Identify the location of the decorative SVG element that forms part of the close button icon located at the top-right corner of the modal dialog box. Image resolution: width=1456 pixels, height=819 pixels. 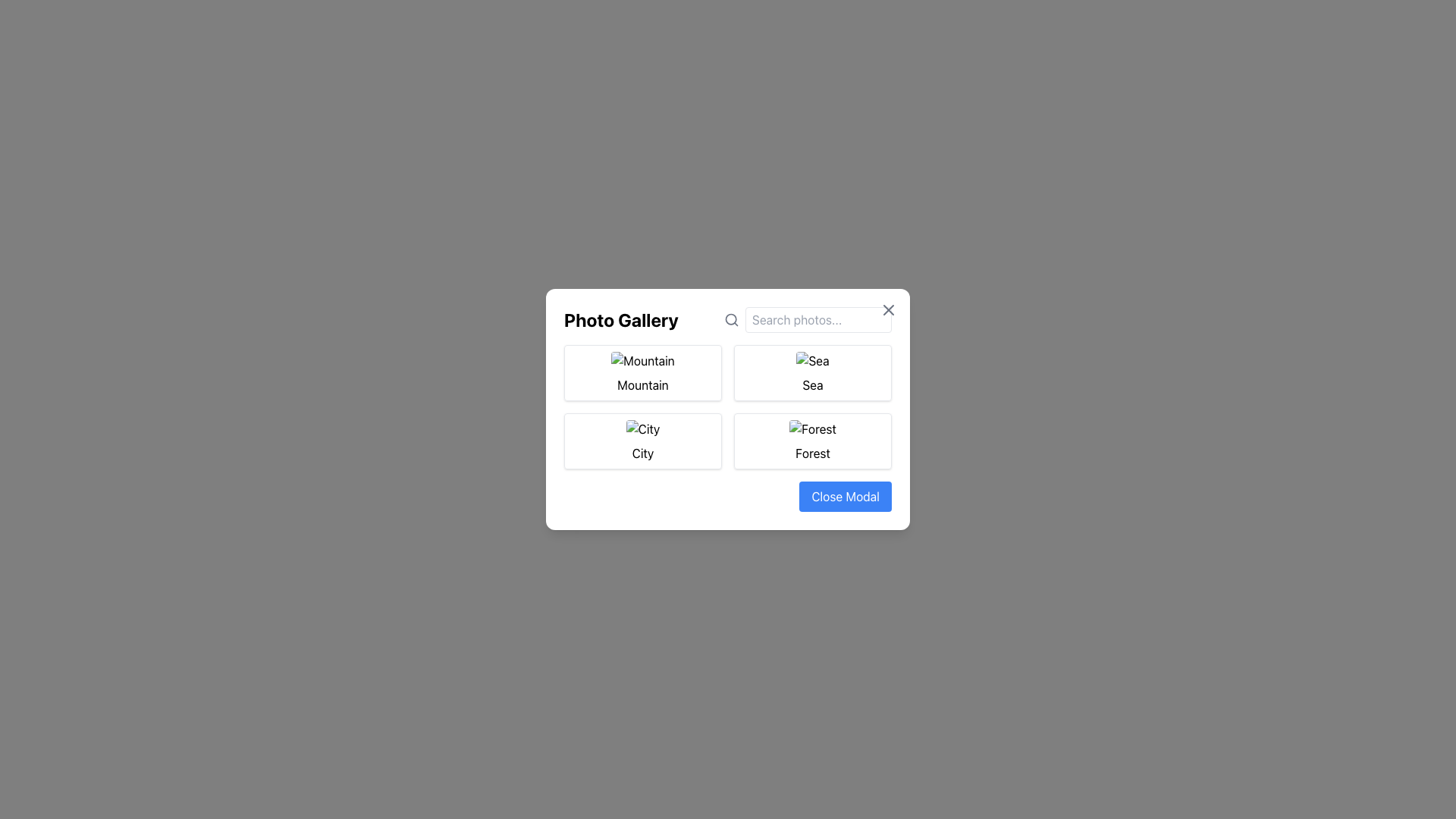
(888, 309).